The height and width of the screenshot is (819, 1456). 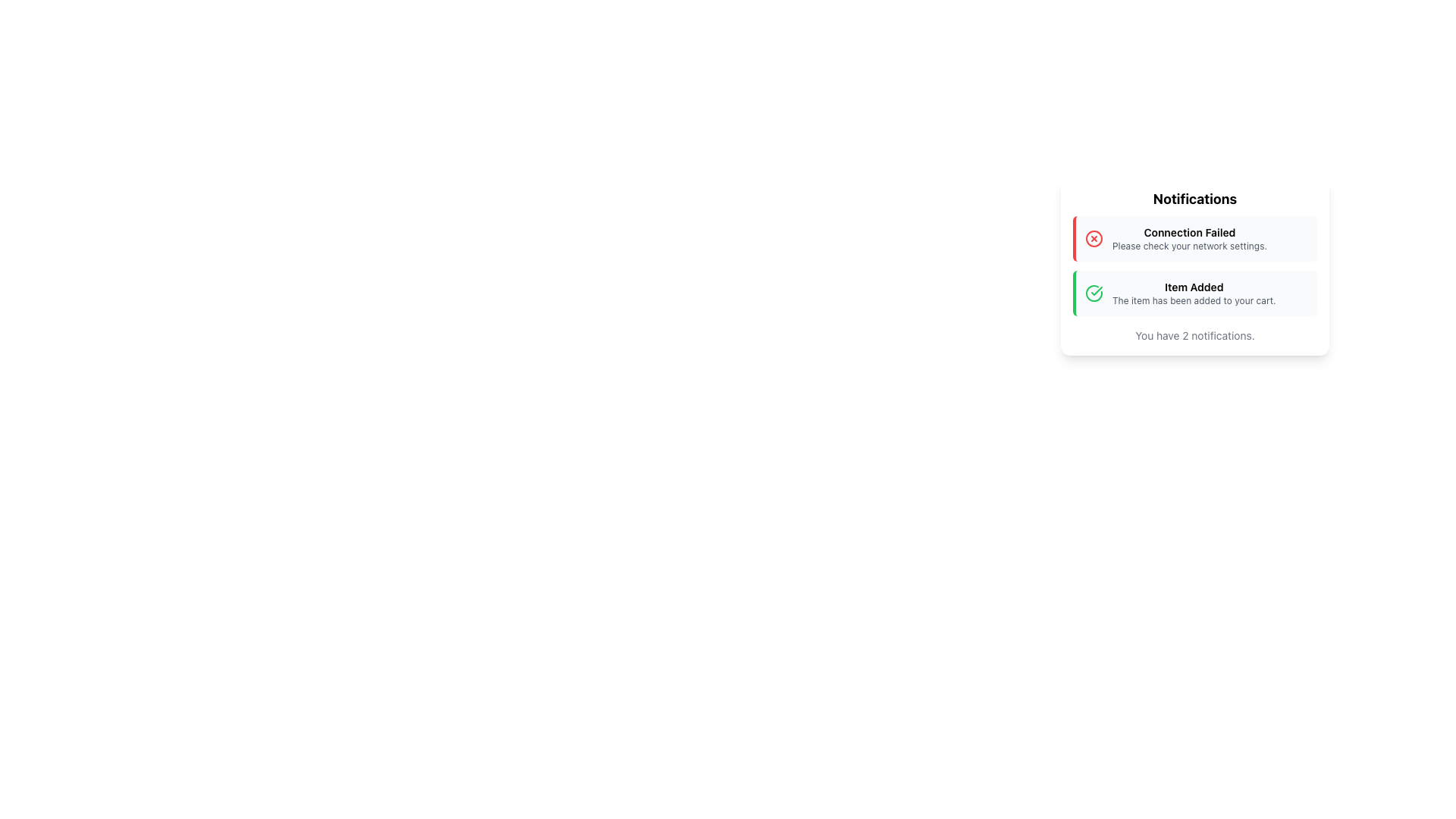 What do you see at coordinates (1194, 239) in the screenshot?
I see `the Notification Banner displaying 'Connection Failed' with the description 'Please check your network settings.'` at bounding box center [1194, 239].